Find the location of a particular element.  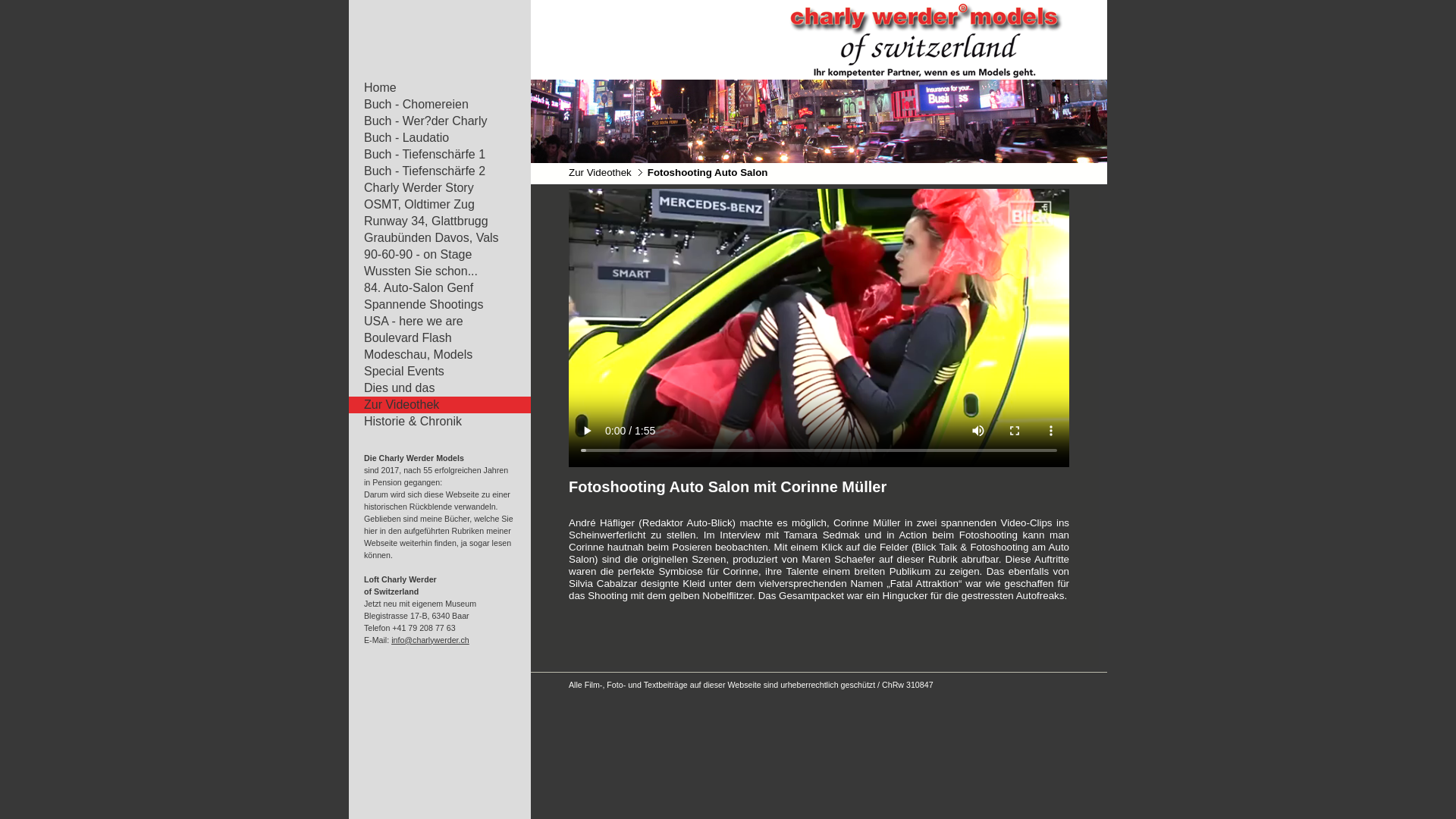

'Wussten Sie schon...' is located at coordinates (431, 271).